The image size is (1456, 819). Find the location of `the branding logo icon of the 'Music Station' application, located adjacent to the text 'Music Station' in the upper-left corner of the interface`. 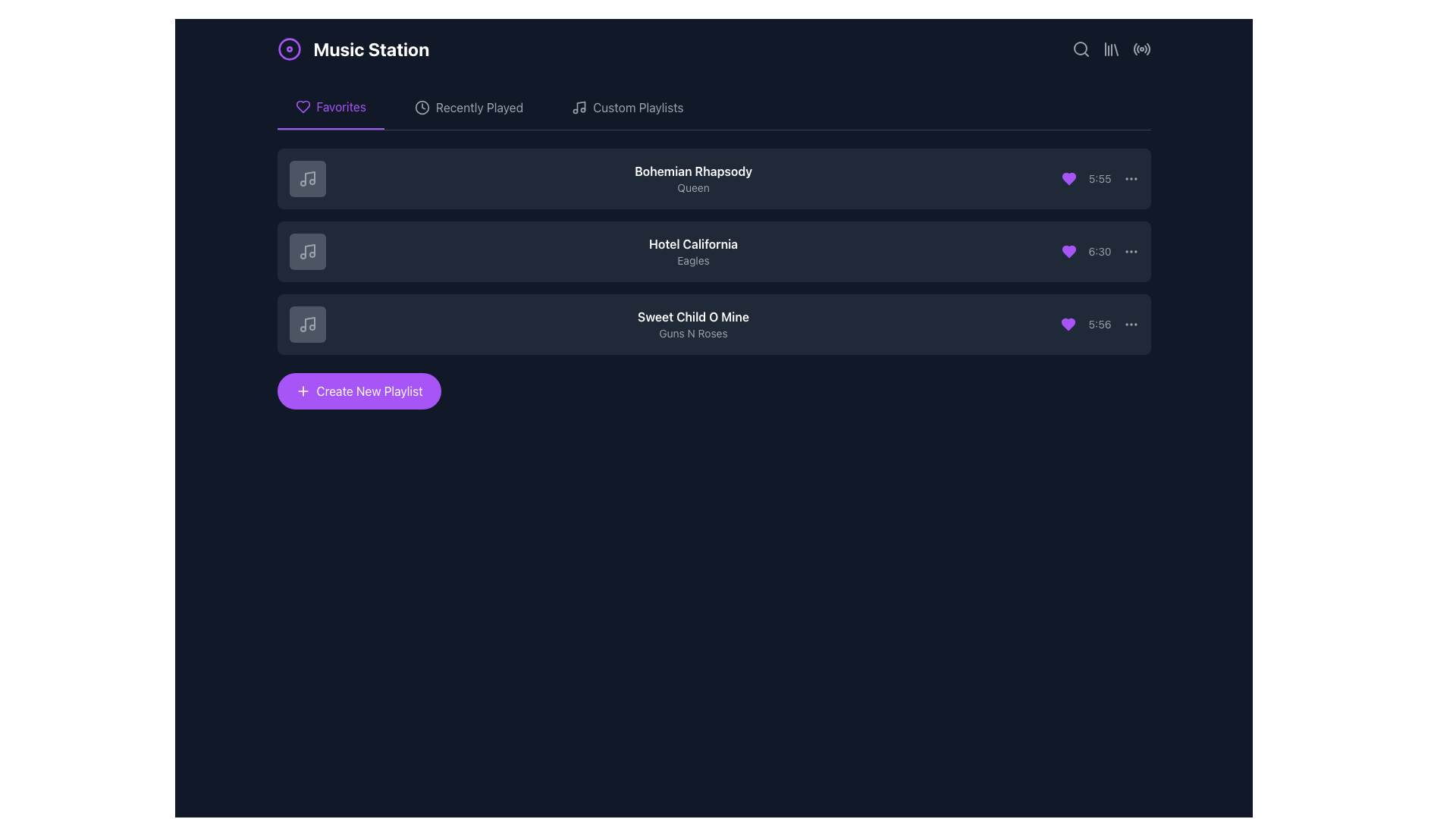

the branding logo icon of the 'Music Station' application, located adjacent to the text 'Music Station' in the upper-left corner of the interface is located at coordinates (289, 49).